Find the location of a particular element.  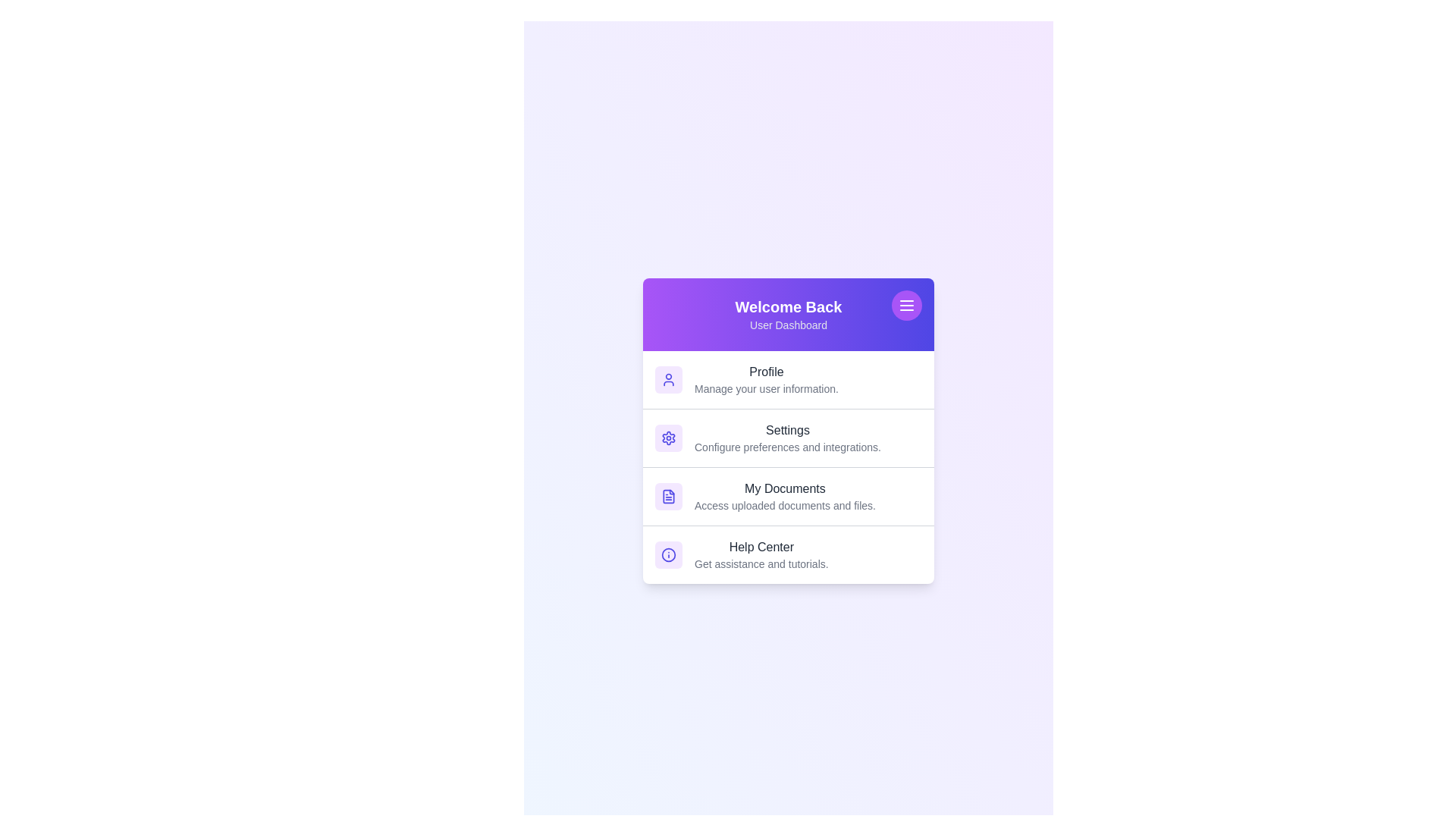

the list item corresponding to Profile is located at coordinates (789, 378).